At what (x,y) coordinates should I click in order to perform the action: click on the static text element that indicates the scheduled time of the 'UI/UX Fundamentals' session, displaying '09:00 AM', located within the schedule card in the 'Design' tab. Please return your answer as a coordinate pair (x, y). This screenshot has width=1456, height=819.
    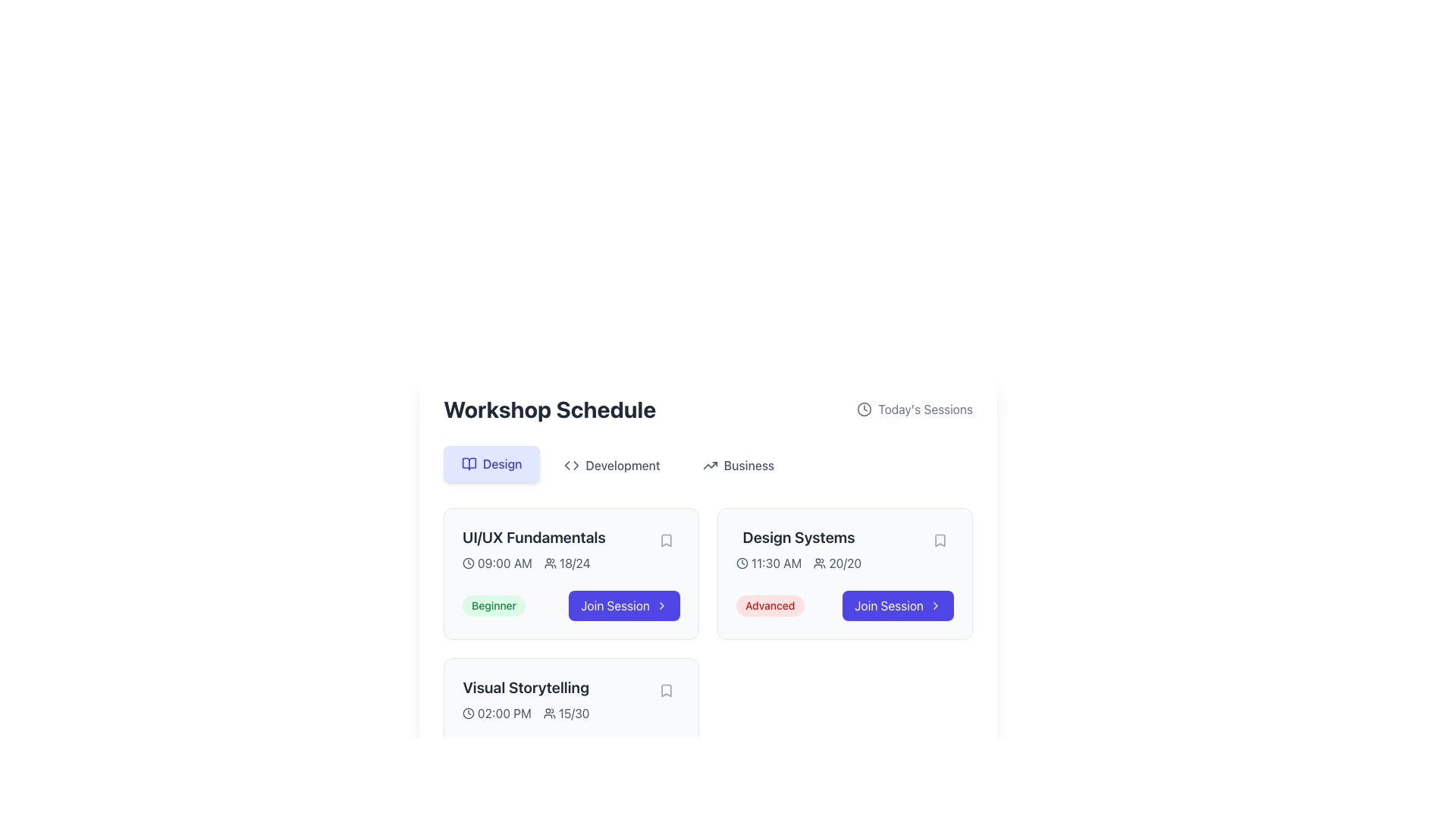
    Looking at the image, I should click on (497, 563).